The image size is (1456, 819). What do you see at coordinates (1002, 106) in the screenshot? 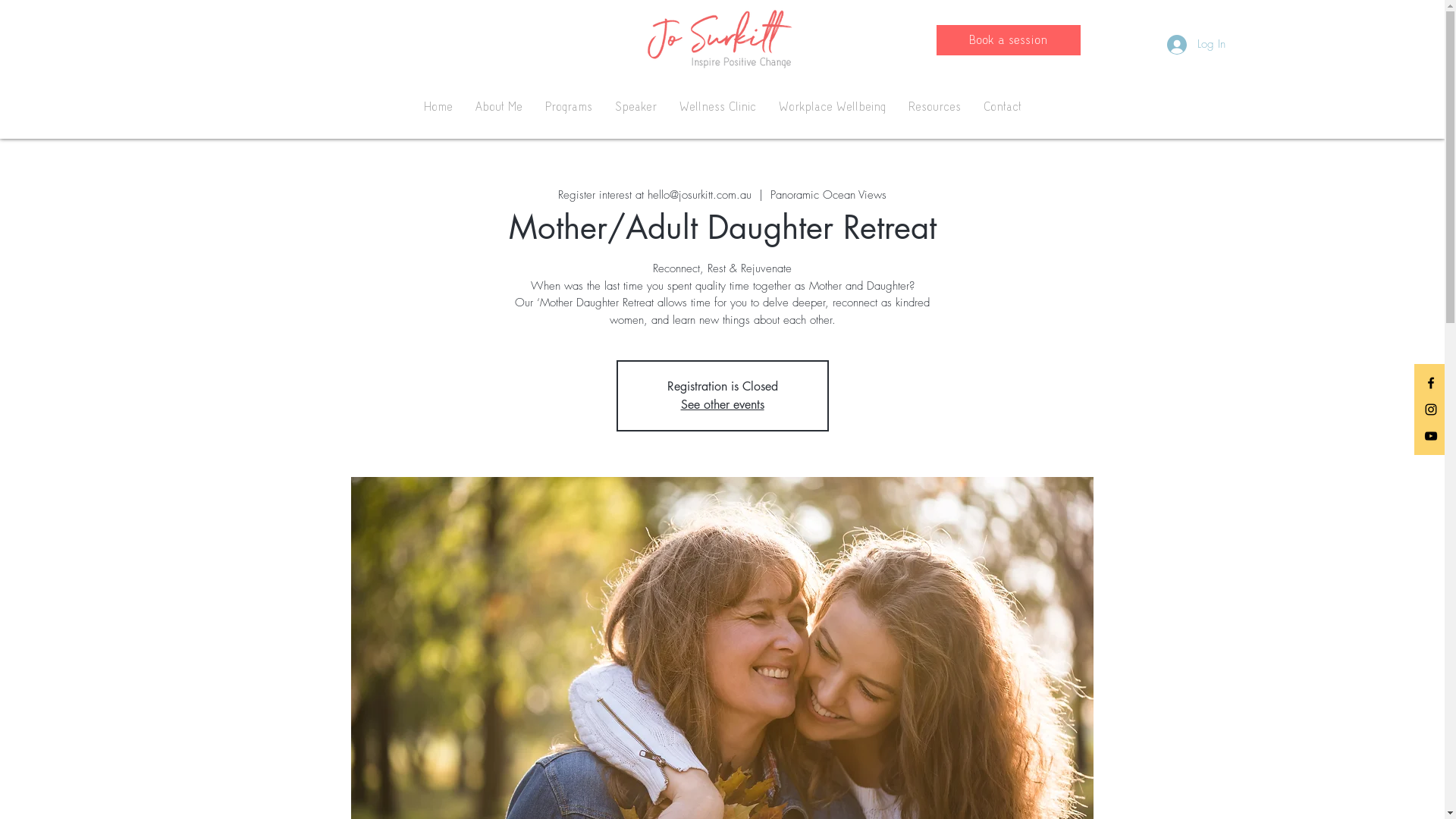
I see `'Contact'` at bounding box center [1002, 106].